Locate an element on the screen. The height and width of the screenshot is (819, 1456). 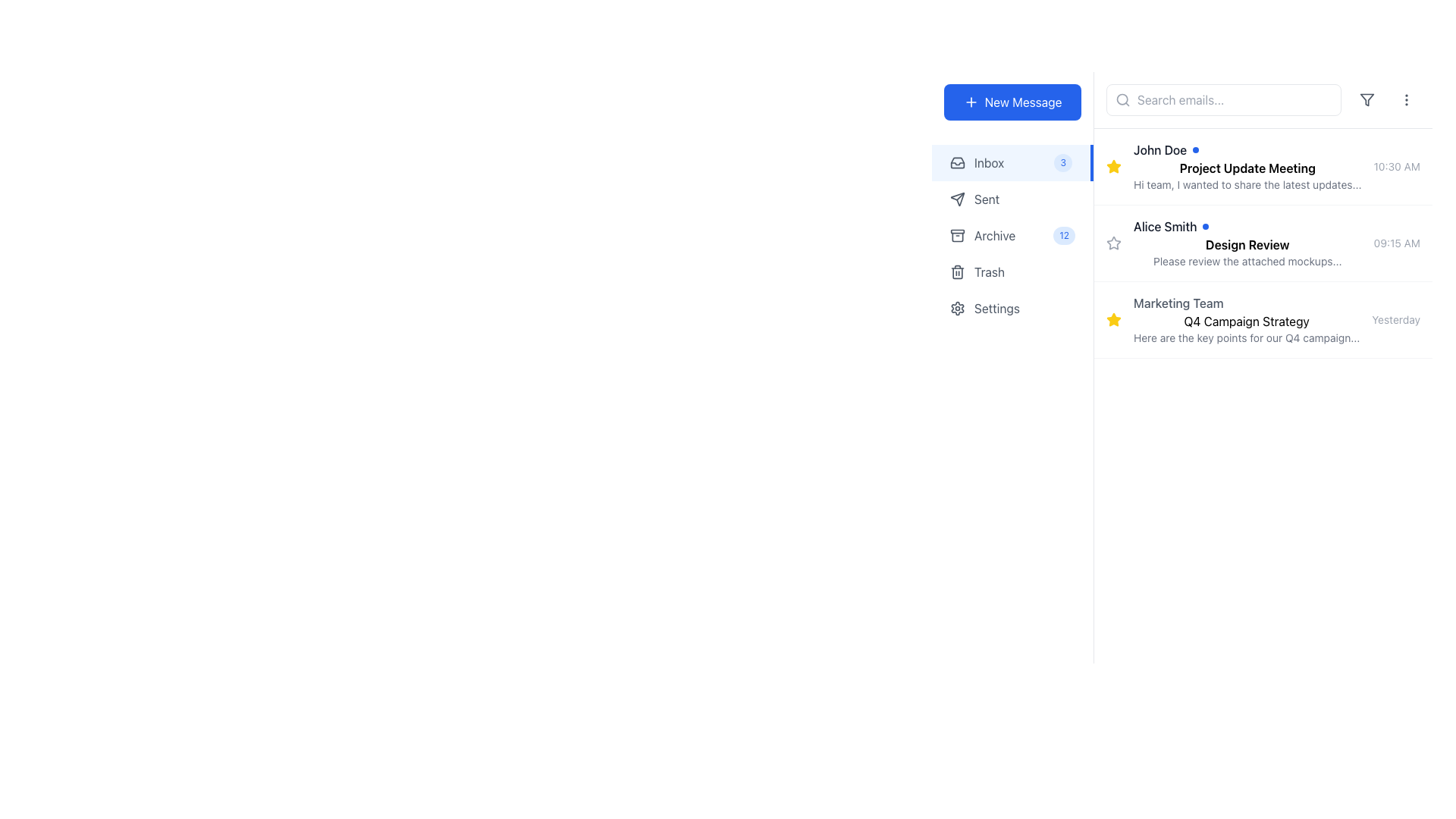
the topmost email preview list item, which provides a quick overview of the email including the sender's name, subject, and snippet of content is located at coordinates (1263, 167).